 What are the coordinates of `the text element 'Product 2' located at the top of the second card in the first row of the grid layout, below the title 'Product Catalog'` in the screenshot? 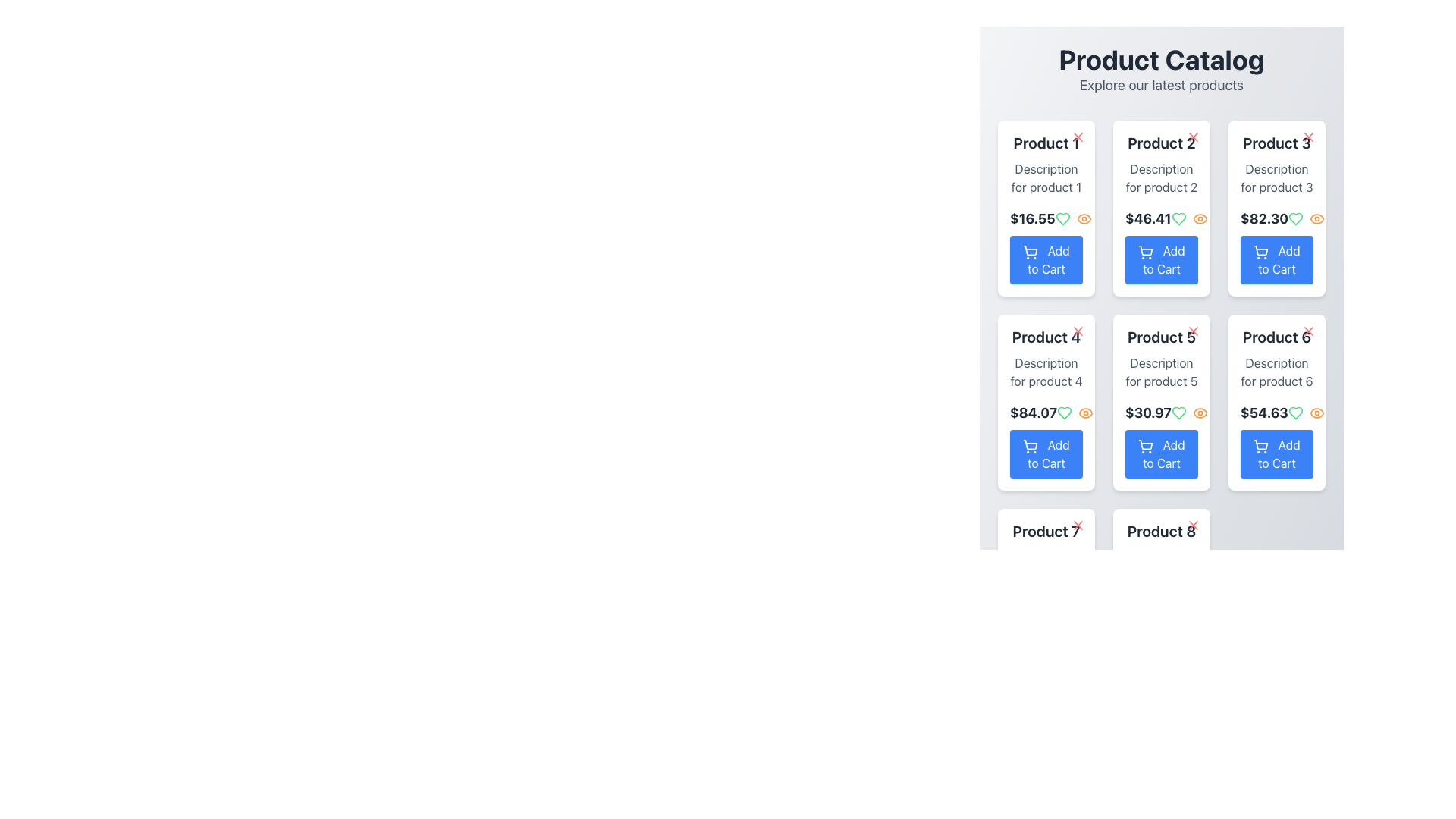 It's located at (1160, 143).